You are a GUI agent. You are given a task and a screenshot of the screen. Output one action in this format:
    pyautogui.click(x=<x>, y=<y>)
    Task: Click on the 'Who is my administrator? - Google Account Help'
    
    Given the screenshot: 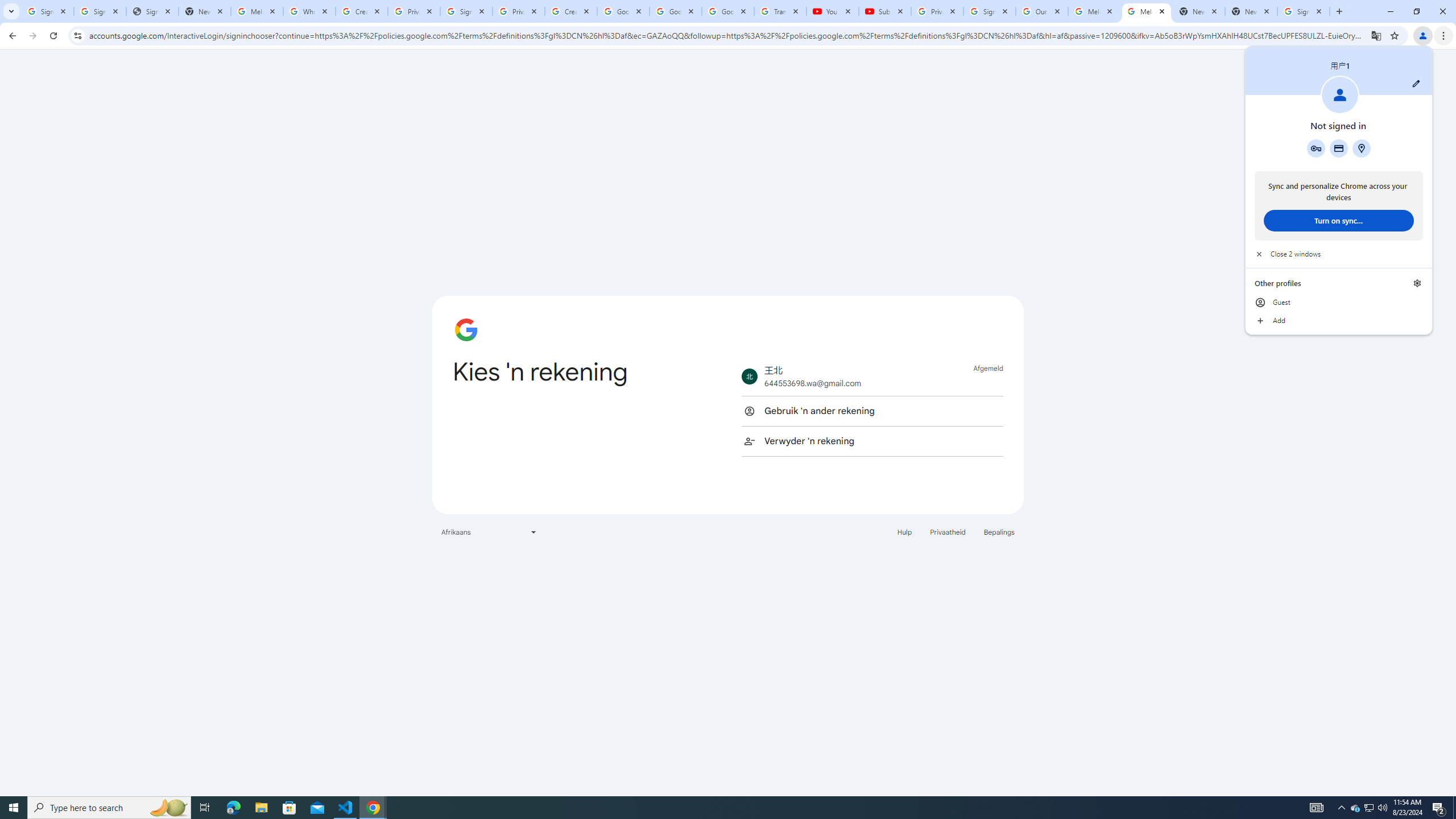 What is the action you would take?
    pyautogui.click(x=309, y=11)
    